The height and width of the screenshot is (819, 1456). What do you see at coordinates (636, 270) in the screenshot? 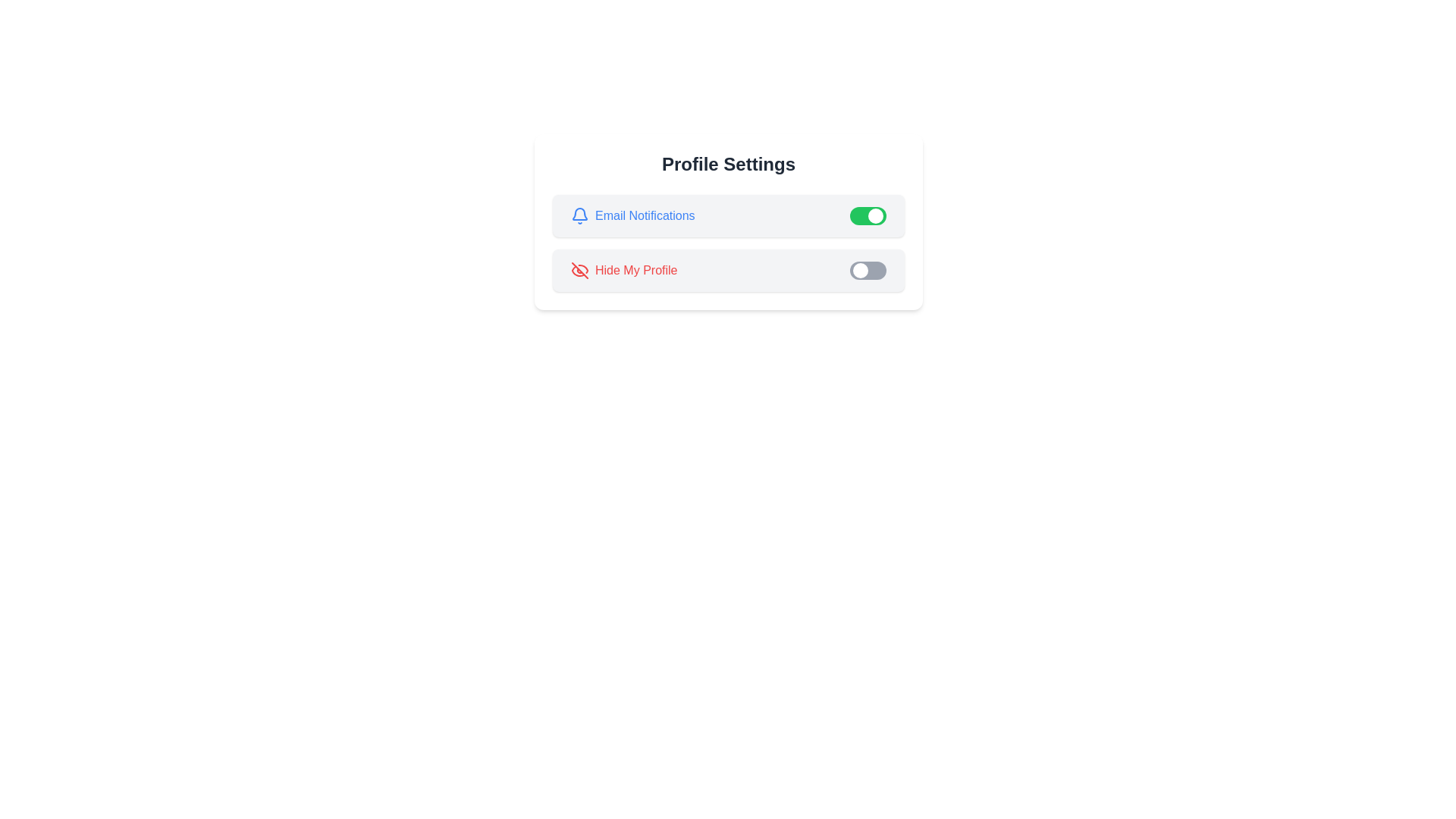
I see `the text label indicating the functionality related to hiding the user's profile, positioned in the lower part of the 'Profile Settings' section, directly to the right of an eye icon` at bounding box center [636, 270].